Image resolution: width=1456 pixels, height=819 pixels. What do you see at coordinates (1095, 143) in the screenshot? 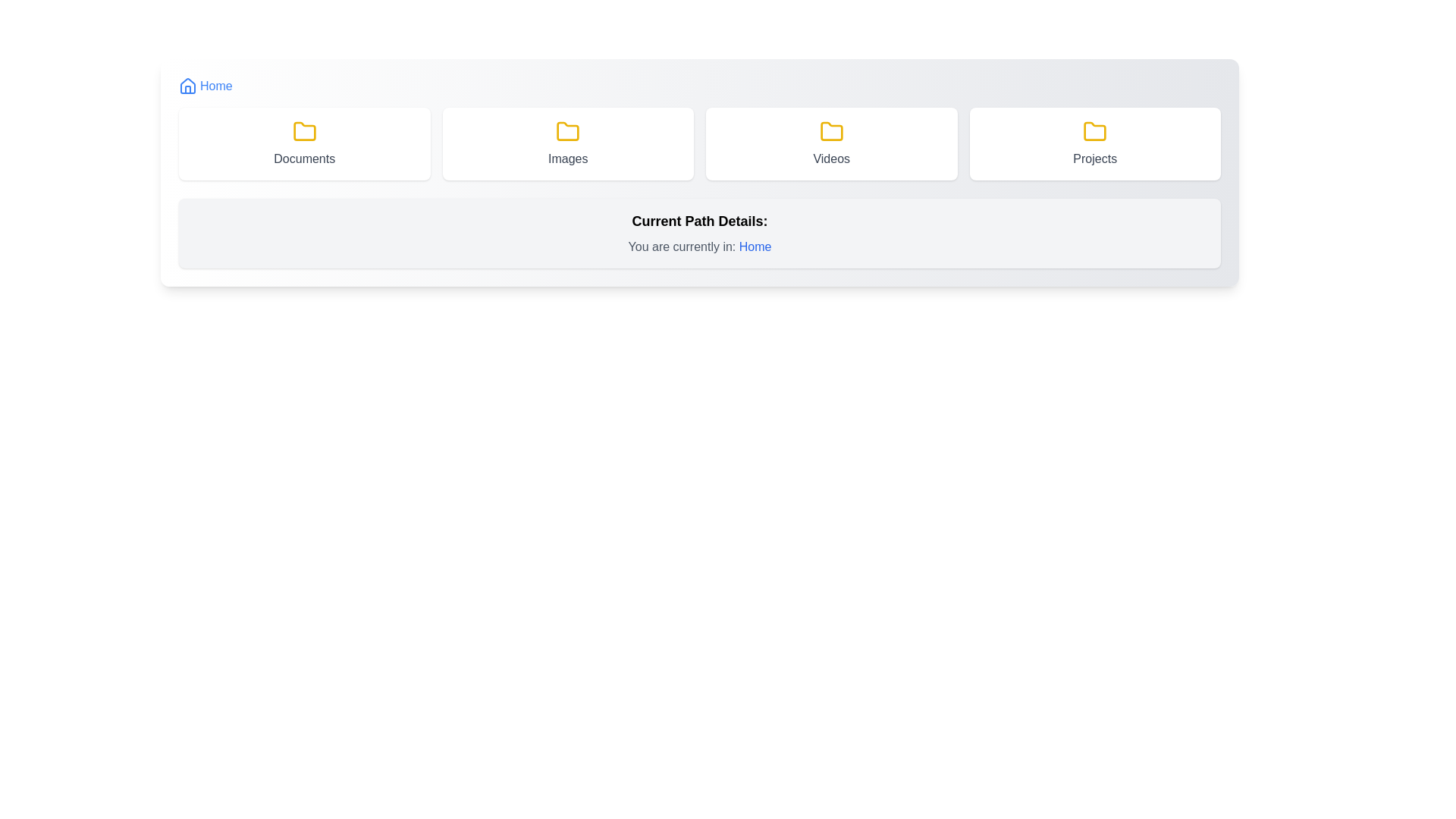
I see `the 'Projects' button, which is a panel with a white background and a yellow folder icon` at bounding box center [1095, 143].